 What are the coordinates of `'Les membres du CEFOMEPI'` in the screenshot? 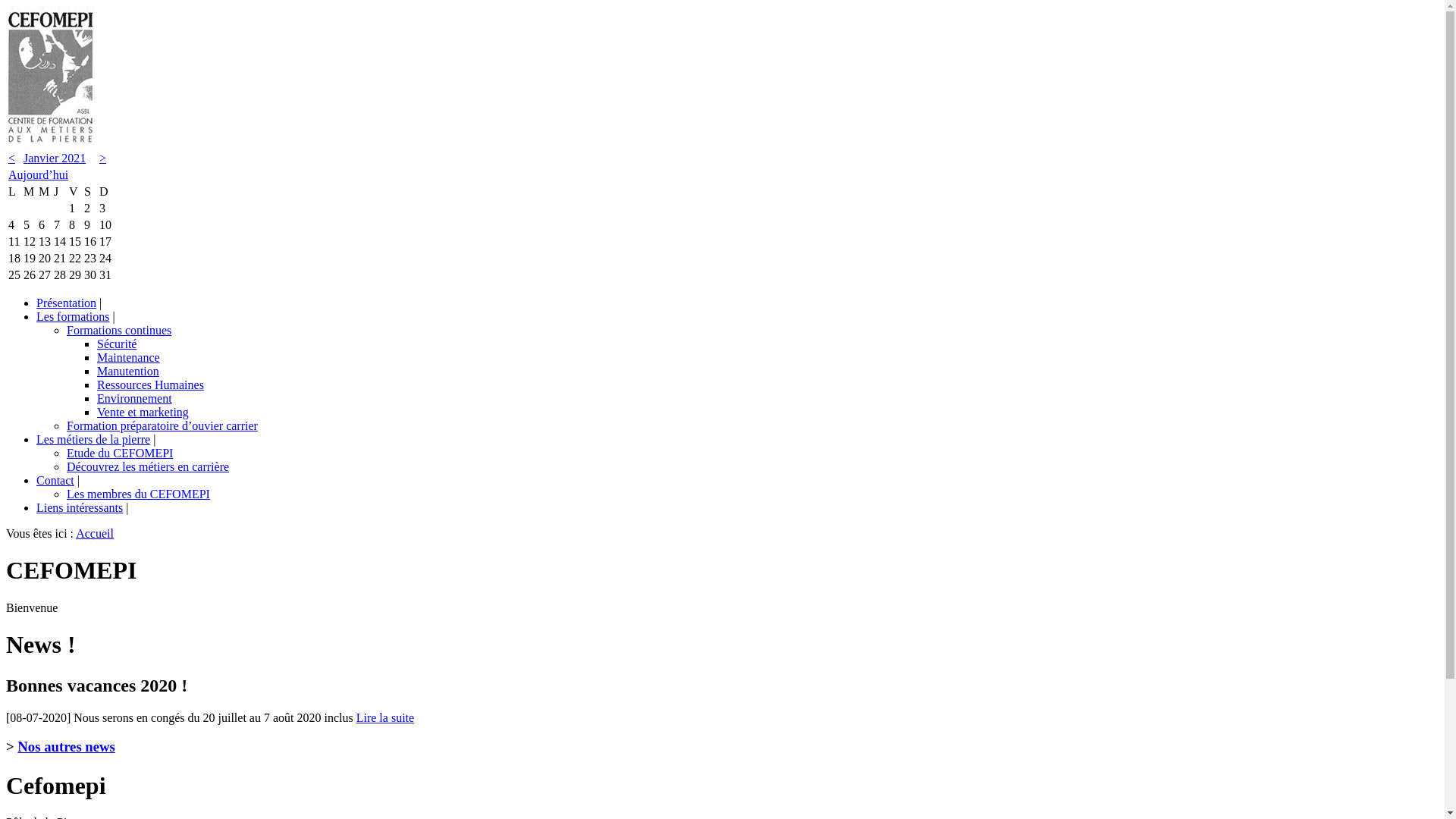 It's located at (138, 494).